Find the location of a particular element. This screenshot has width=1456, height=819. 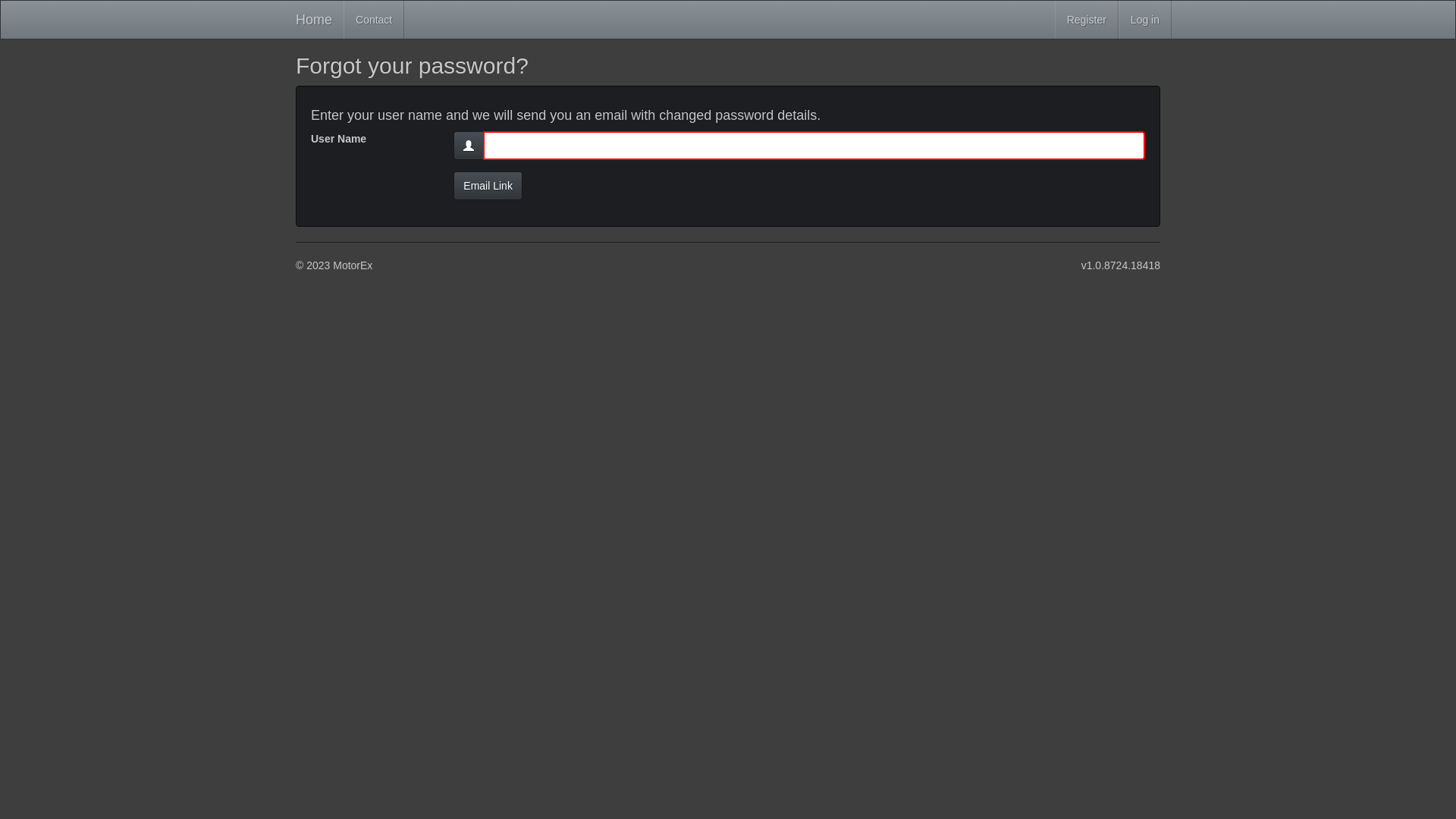

'Log in' is located at coordinates (1145, 20).